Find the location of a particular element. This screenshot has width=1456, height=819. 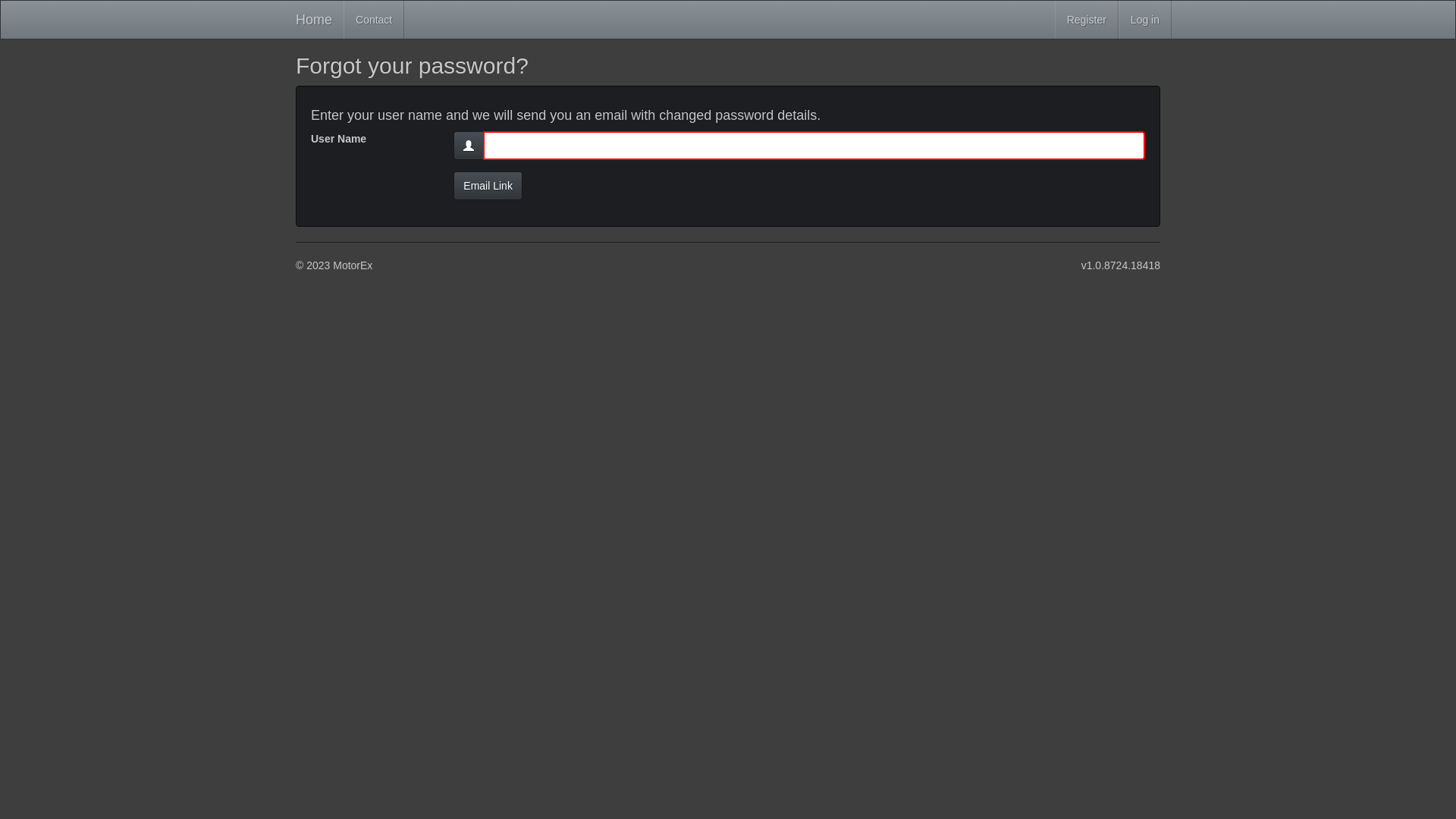

'Log in' is located at coordinates (1145, 20).